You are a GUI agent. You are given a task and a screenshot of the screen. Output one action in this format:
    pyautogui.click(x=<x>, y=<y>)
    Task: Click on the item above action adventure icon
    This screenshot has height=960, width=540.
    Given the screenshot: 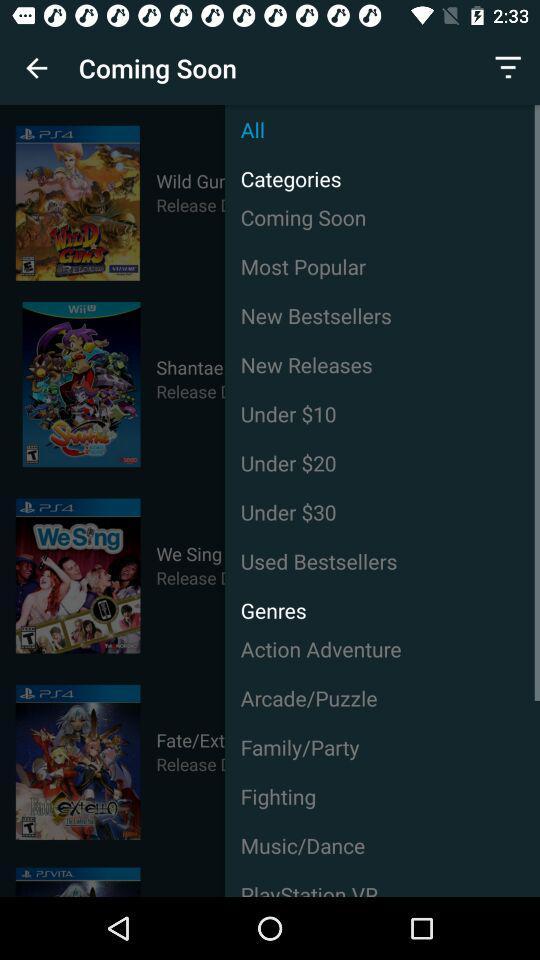 What is the action you would take?
    pyautogui.click(x=265, y=604)
    